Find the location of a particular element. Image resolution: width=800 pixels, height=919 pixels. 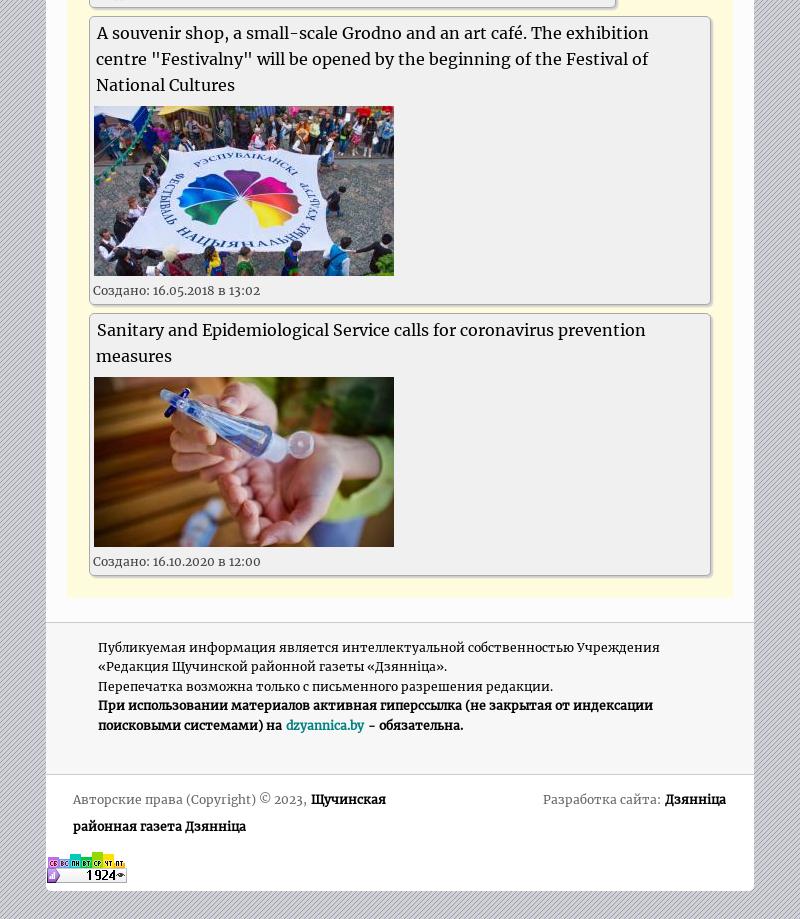

'16.05.2018 в 13:02' is located at coordinates (206, 289).